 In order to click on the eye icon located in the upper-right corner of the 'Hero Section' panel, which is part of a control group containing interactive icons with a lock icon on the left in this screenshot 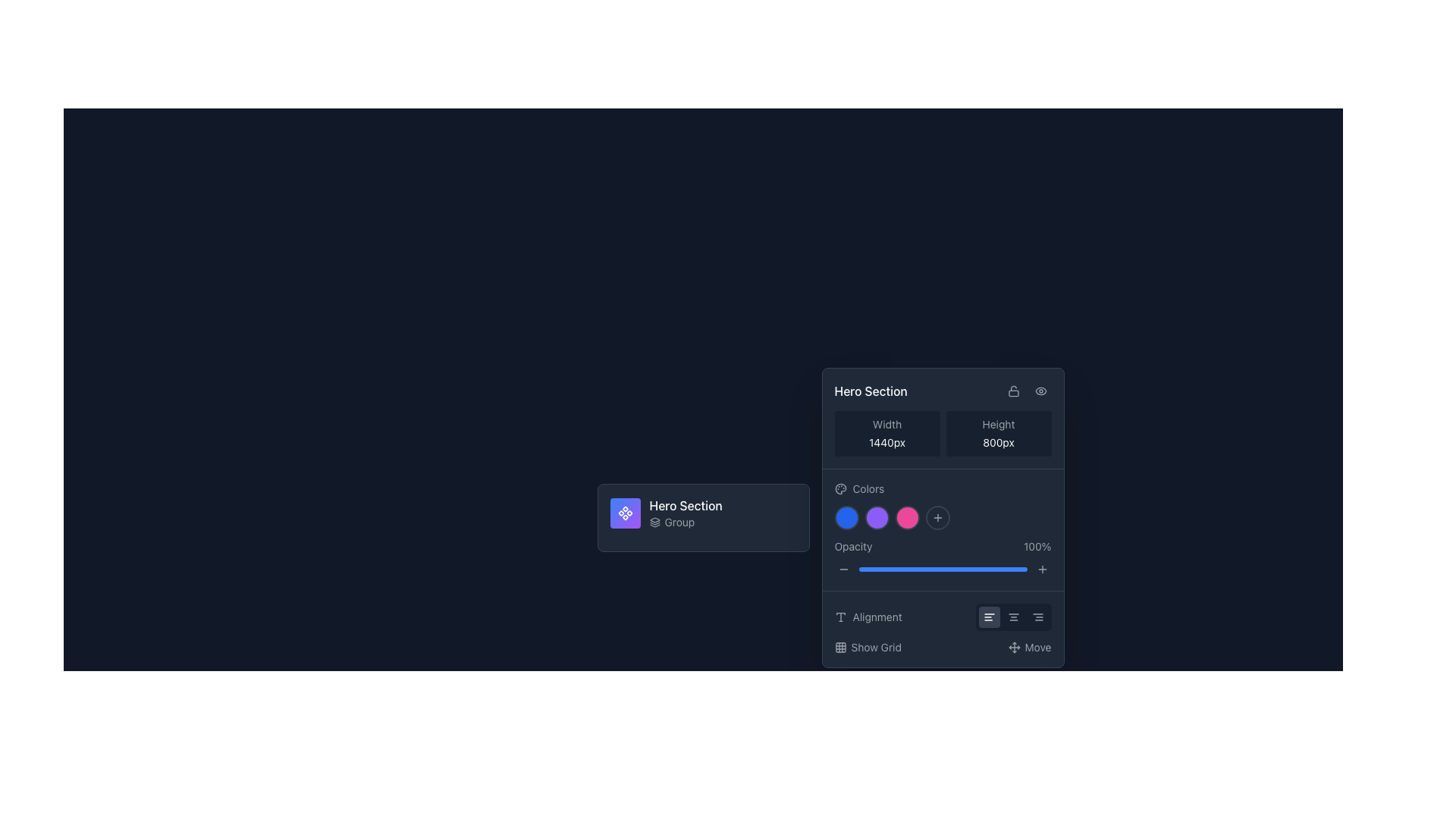, I will do `click(1027, 391)`.